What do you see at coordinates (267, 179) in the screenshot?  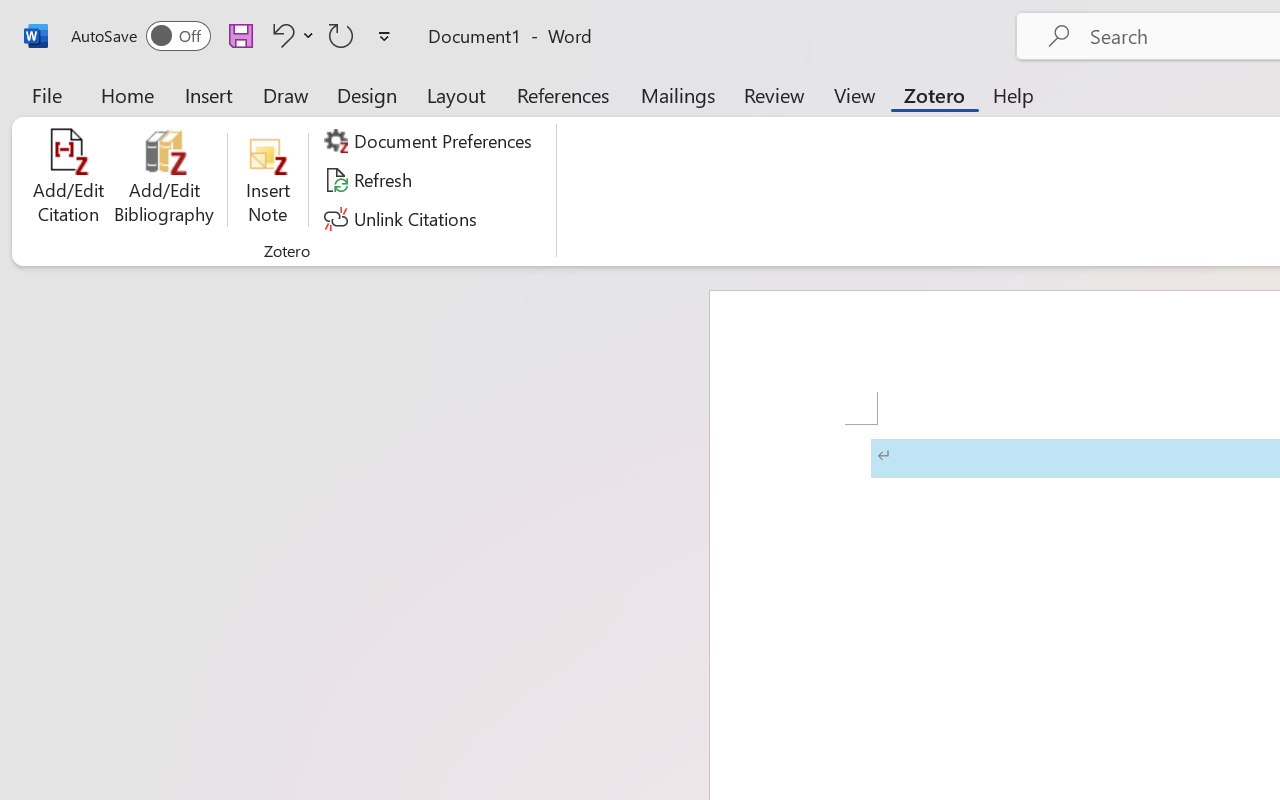 I see `'Insert Note'` at bounding box center [267, 179].